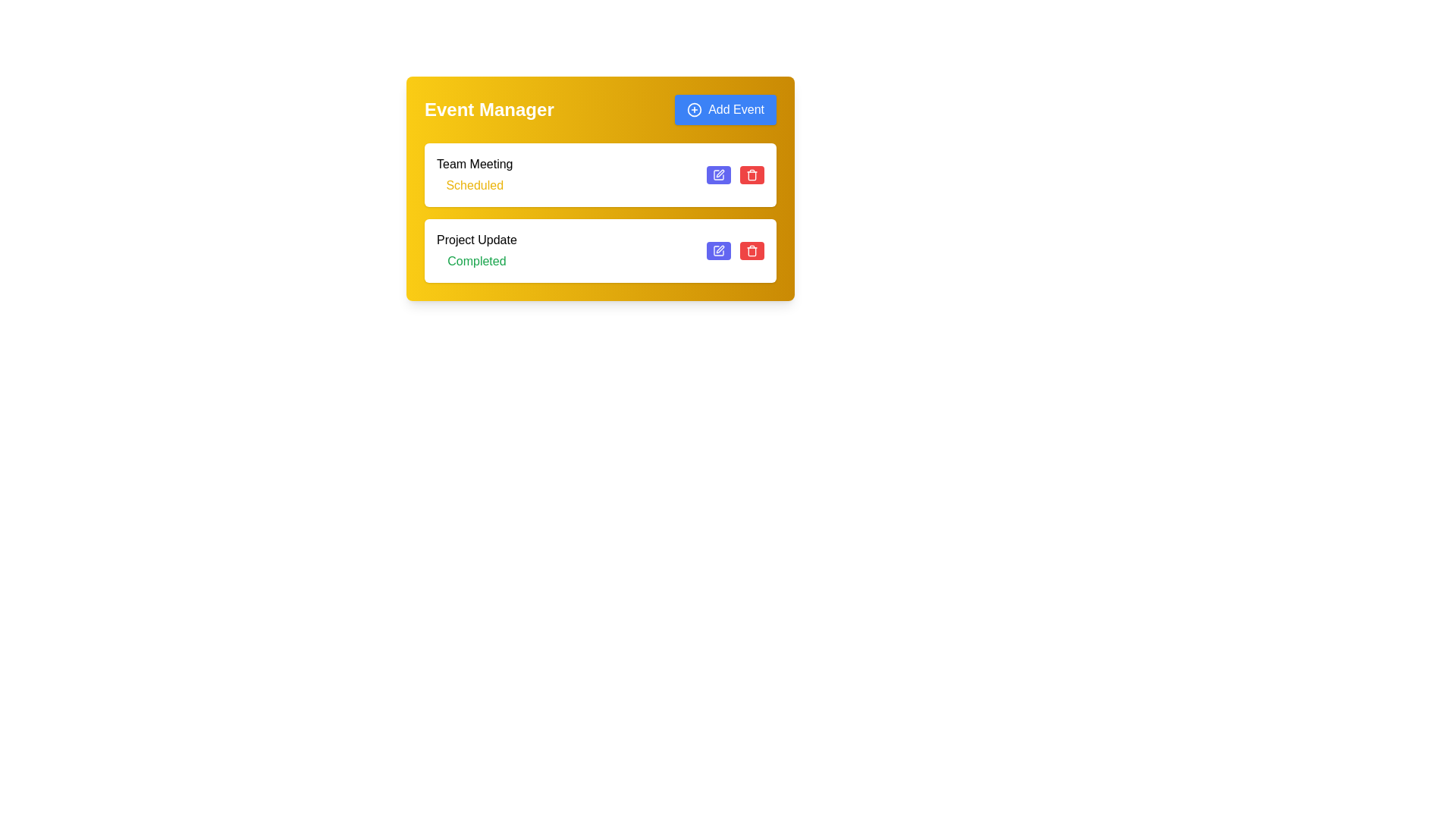 The image size is (1456, 819). Describe the element at coordinates (752, 174) in the screenshot. I see `the delete button located in the rightmost position of the second row within the 'Project Update' list` at that location.